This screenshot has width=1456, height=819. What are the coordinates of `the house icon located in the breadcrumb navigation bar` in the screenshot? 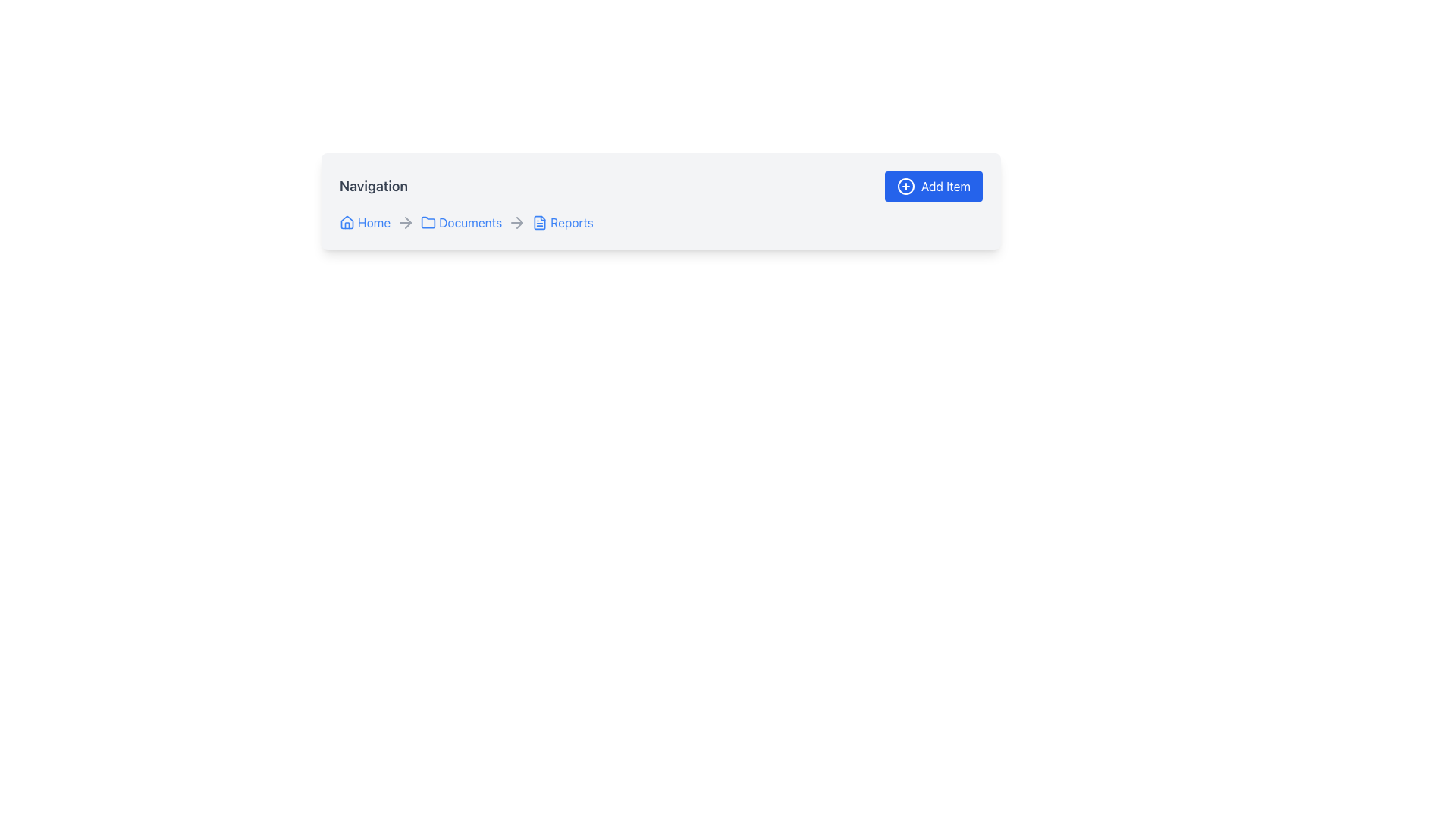 It's located at (346, 222).